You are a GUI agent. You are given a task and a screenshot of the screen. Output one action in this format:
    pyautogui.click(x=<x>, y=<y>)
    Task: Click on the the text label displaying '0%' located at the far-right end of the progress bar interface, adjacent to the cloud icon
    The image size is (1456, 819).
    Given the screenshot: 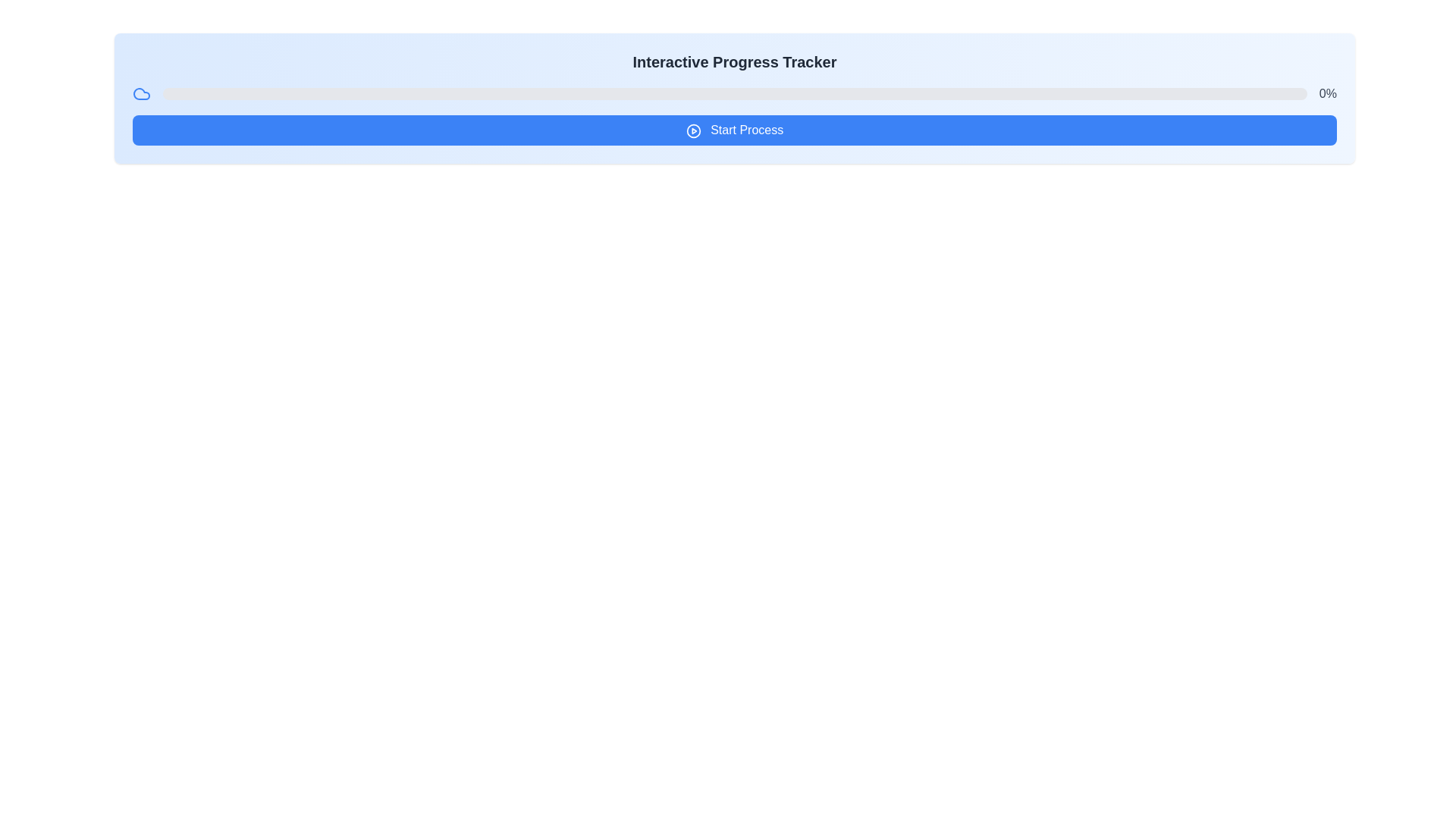 What is the action you would take?
    pyautogui.click(x=1327, y=93)
    